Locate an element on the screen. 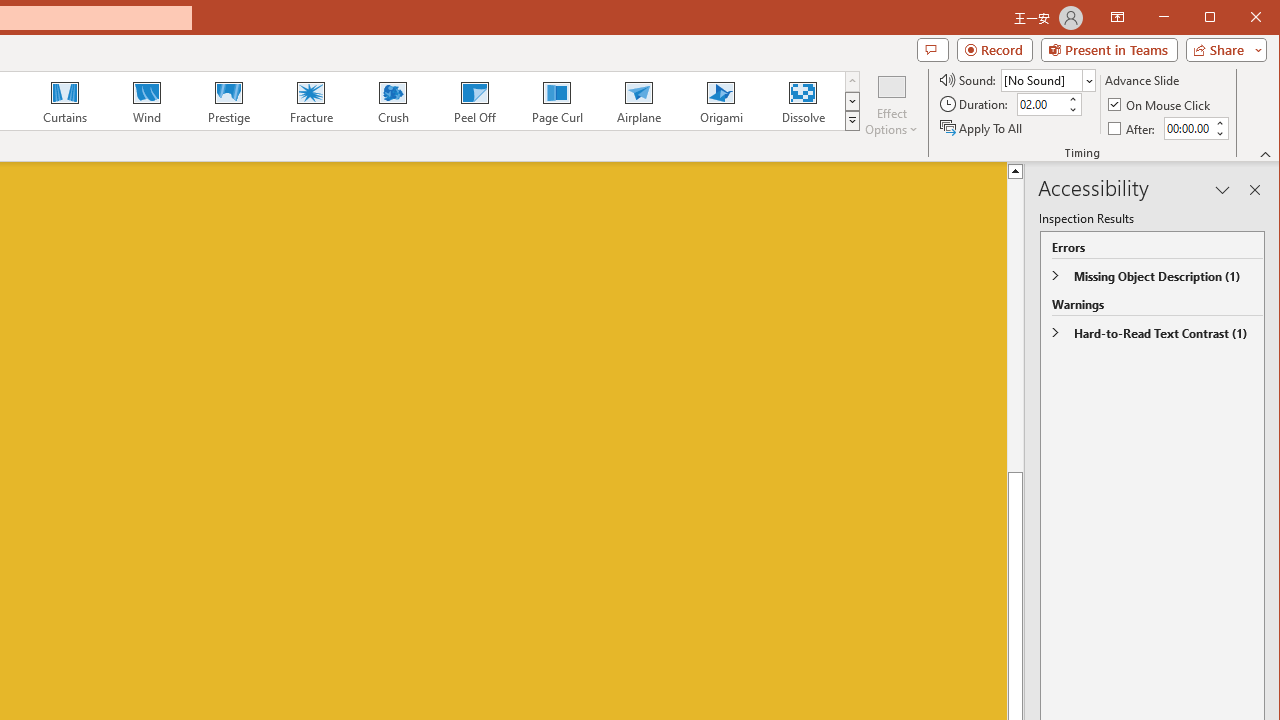  'Less' is located at coordinates (1218, 133).